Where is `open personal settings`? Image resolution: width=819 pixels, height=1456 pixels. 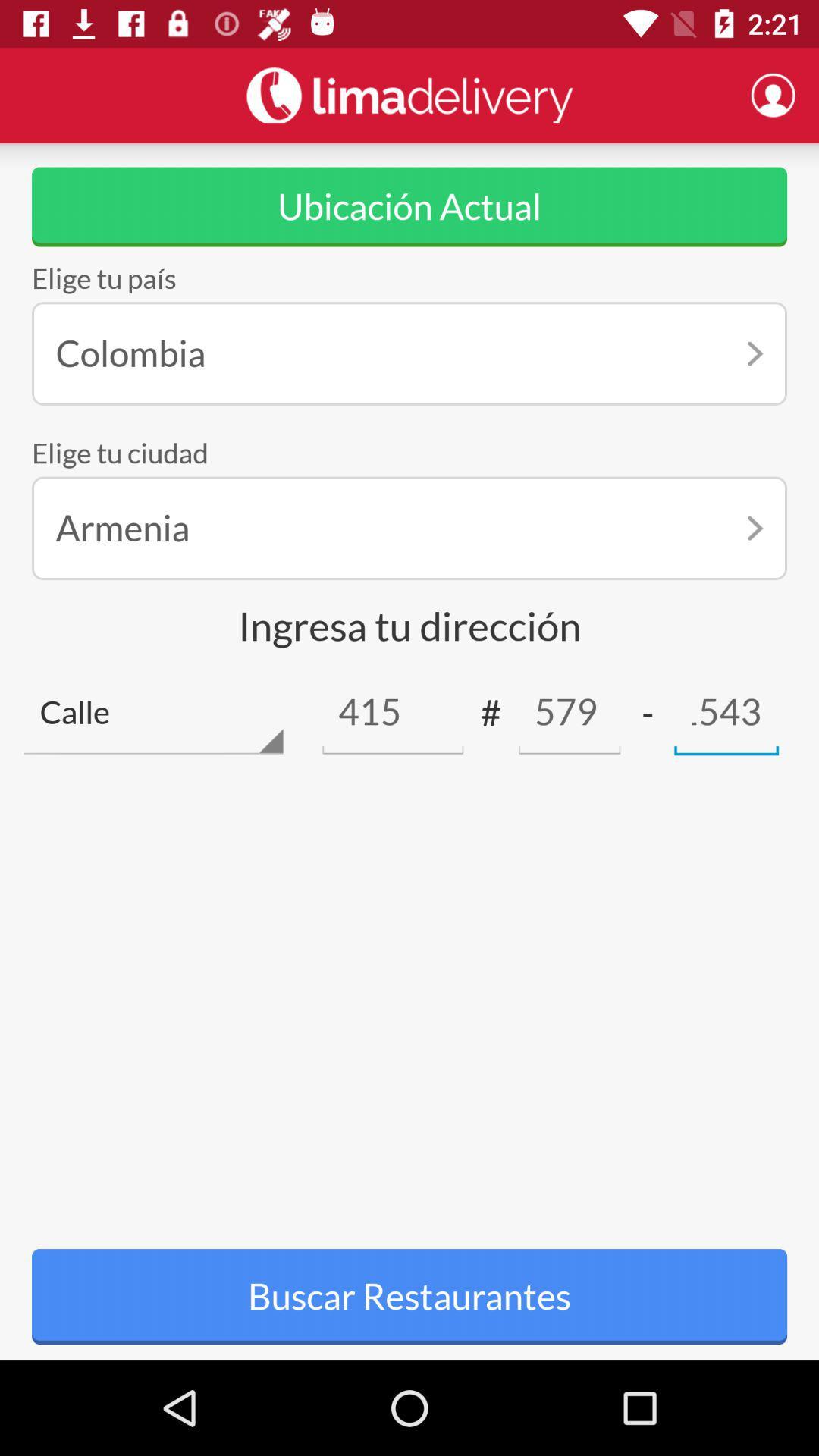 open personal settings is located at coordinates (773, 94).